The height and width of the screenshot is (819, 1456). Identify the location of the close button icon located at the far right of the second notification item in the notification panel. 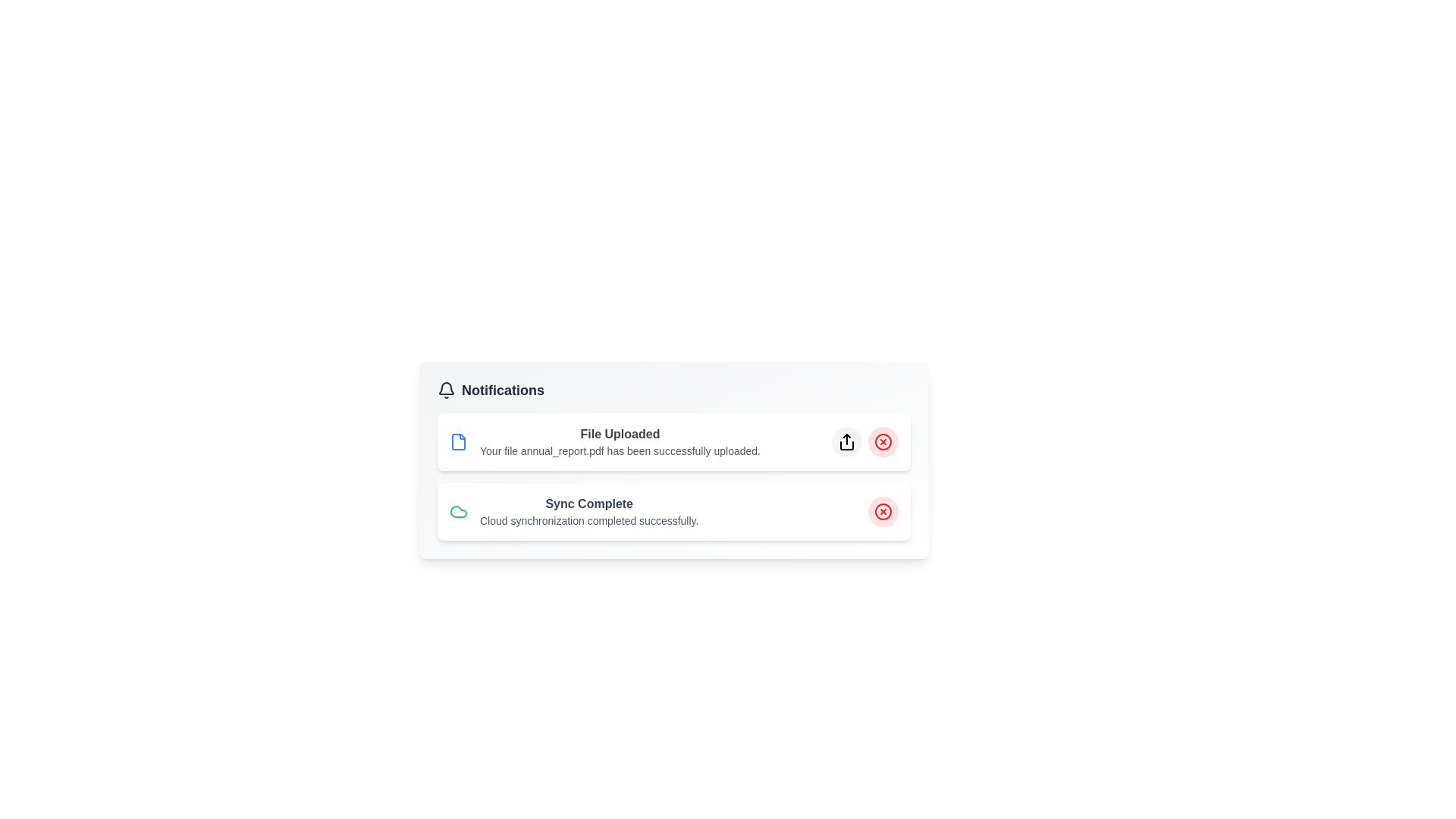
(883, 512).